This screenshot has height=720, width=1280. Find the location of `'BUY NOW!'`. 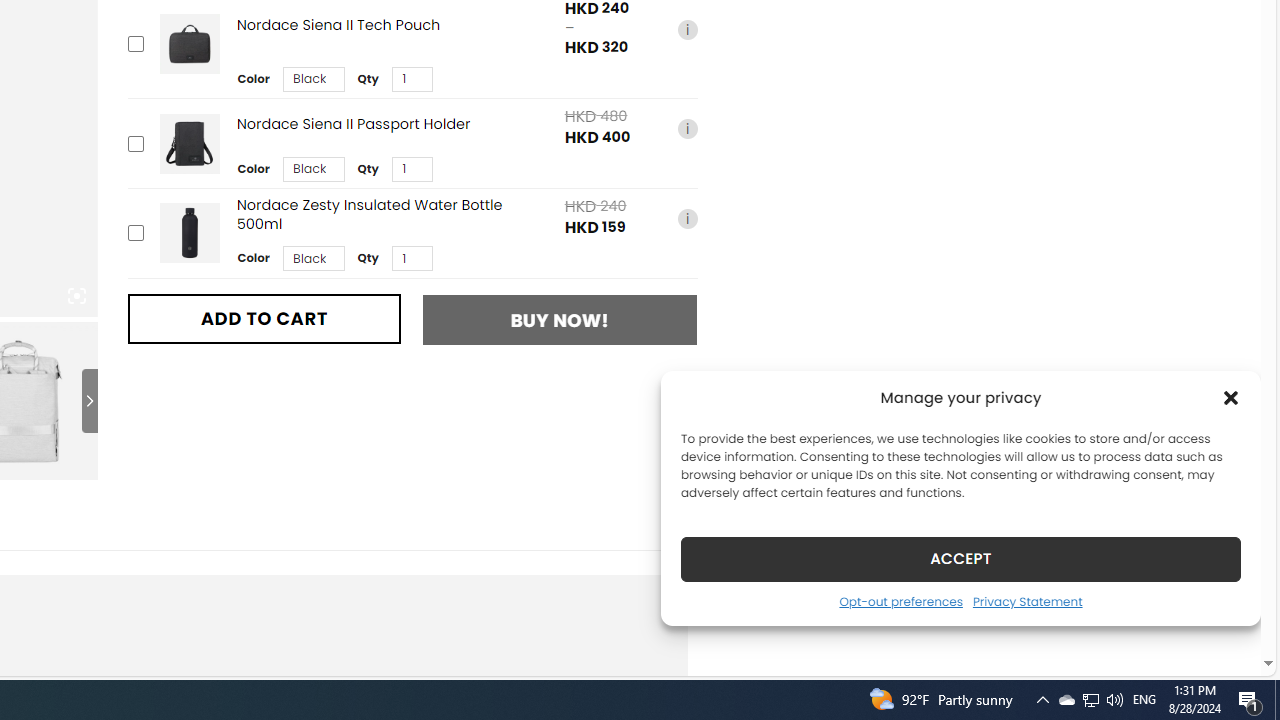

'BUY NOW!' is located at coordinates (560, 319).